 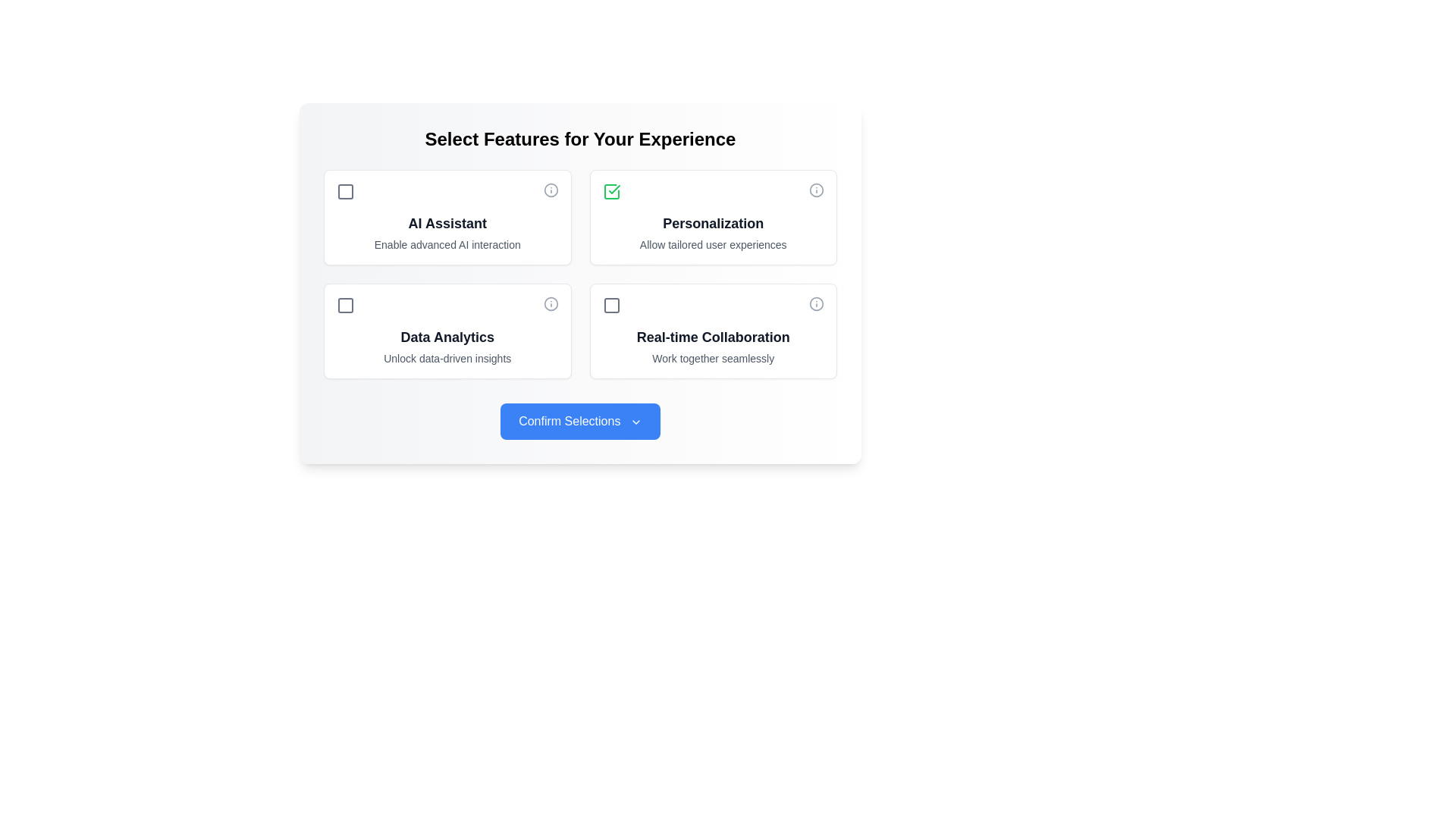 What do you see at coordinates (550, 189) in the screenshot?
I see `the circular 'info' icon with a gray border located in the top-right corner of the 'AI Assistant' feature choice card` at bounding box center [550, 189].